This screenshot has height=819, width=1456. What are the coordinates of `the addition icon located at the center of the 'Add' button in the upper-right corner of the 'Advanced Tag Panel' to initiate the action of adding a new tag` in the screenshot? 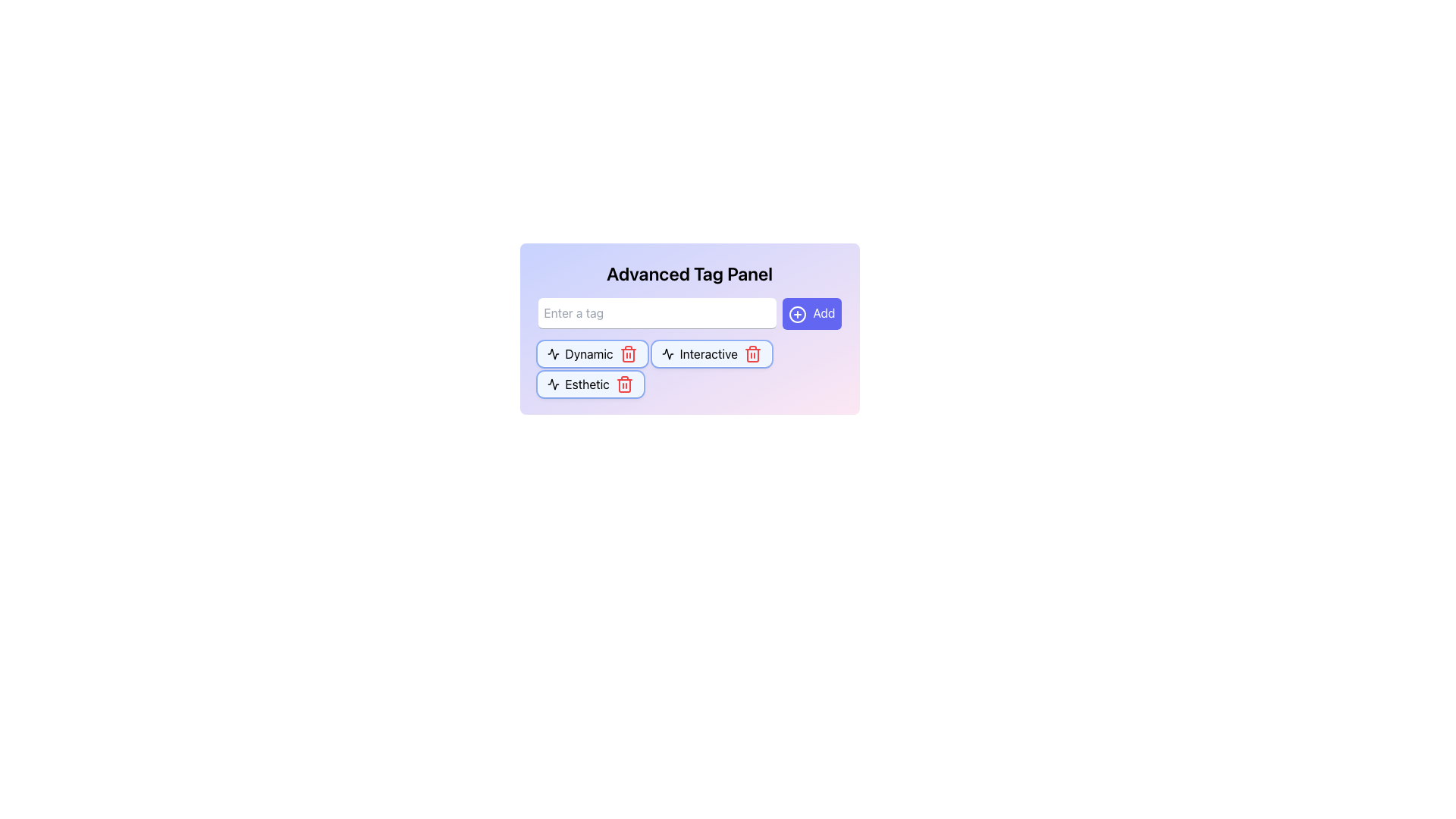 It's located at (797, 313).